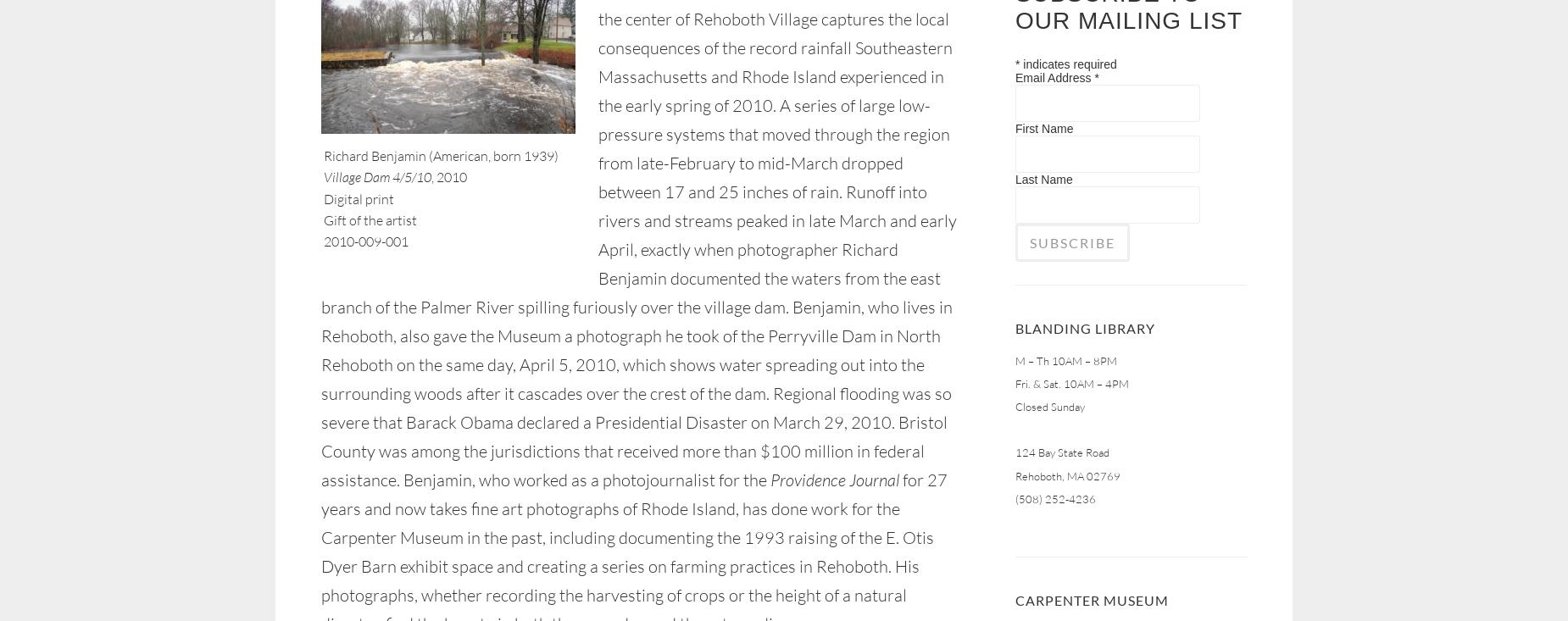  Describe the element at coordinates (376, 175) in the screenshot. I see `'Village Dam 4/5/10'` at that location.